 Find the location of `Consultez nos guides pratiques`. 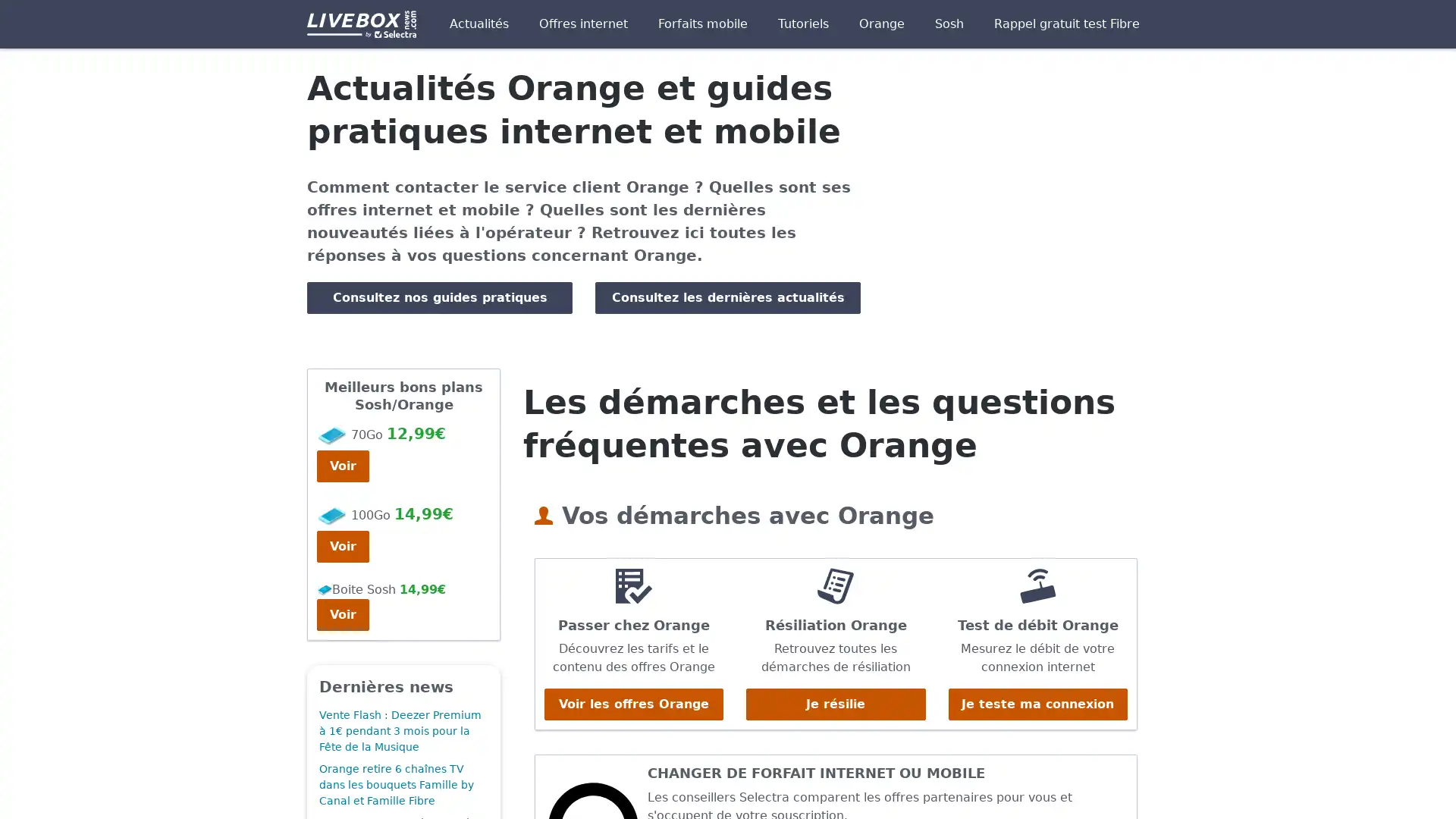

Consultez nos guides pratiques is located at coordinates (439, 297).